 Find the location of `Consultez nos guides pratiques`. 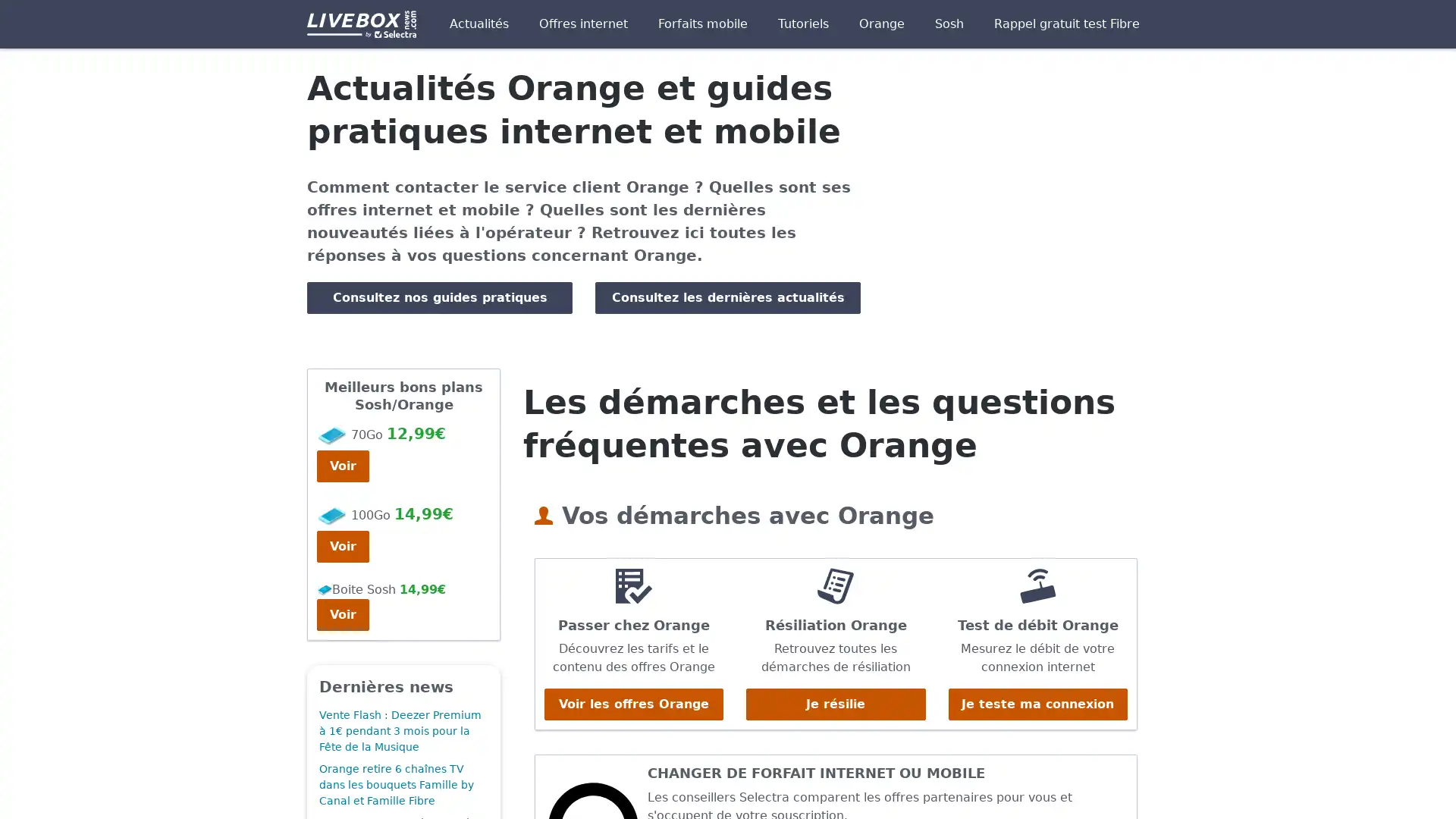

Consultez nos guides pratiques is located at coordinates (439, 297).